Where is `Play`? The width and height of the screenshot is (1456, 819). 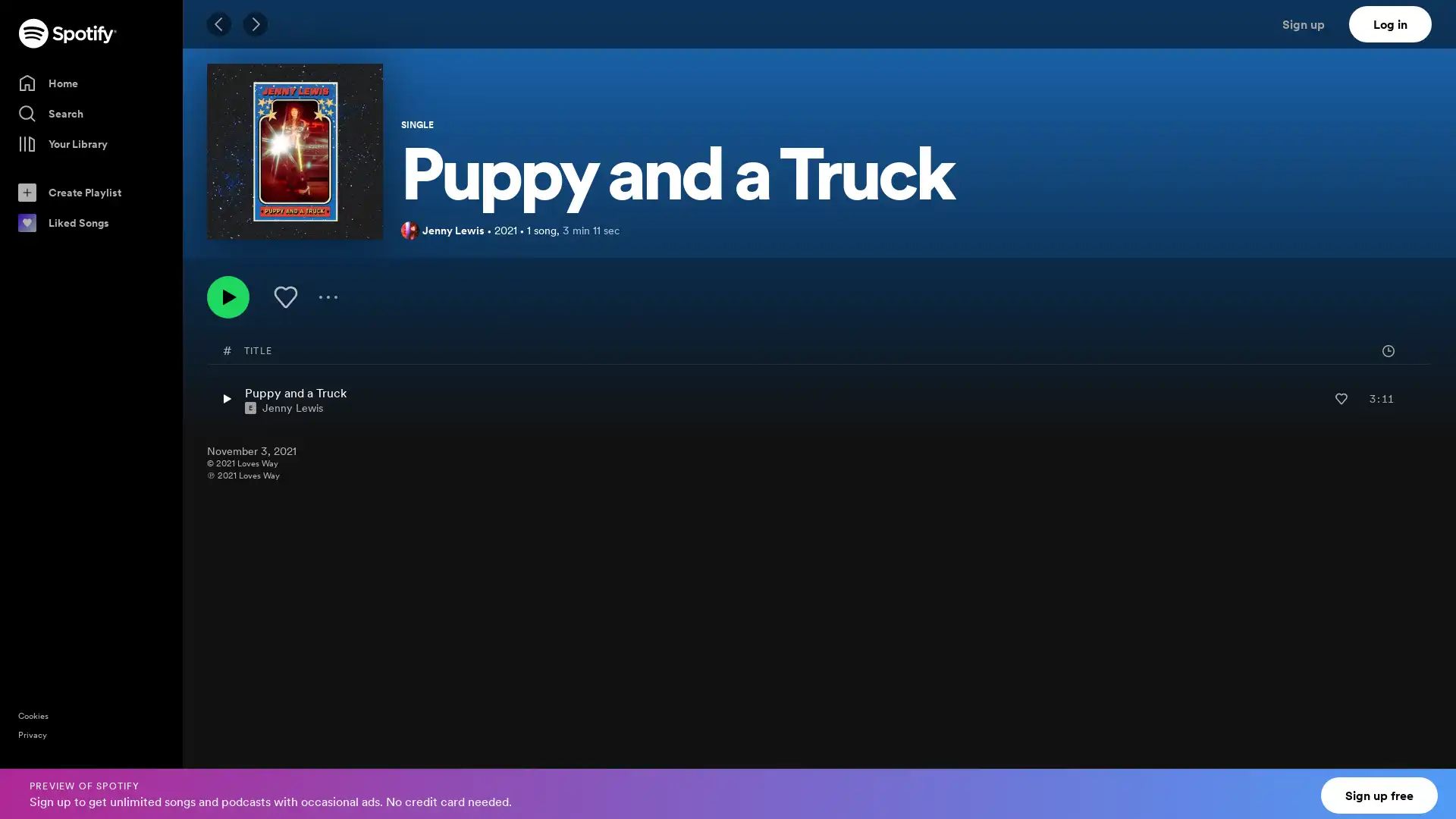
Play is located at coordinates (227, 297).